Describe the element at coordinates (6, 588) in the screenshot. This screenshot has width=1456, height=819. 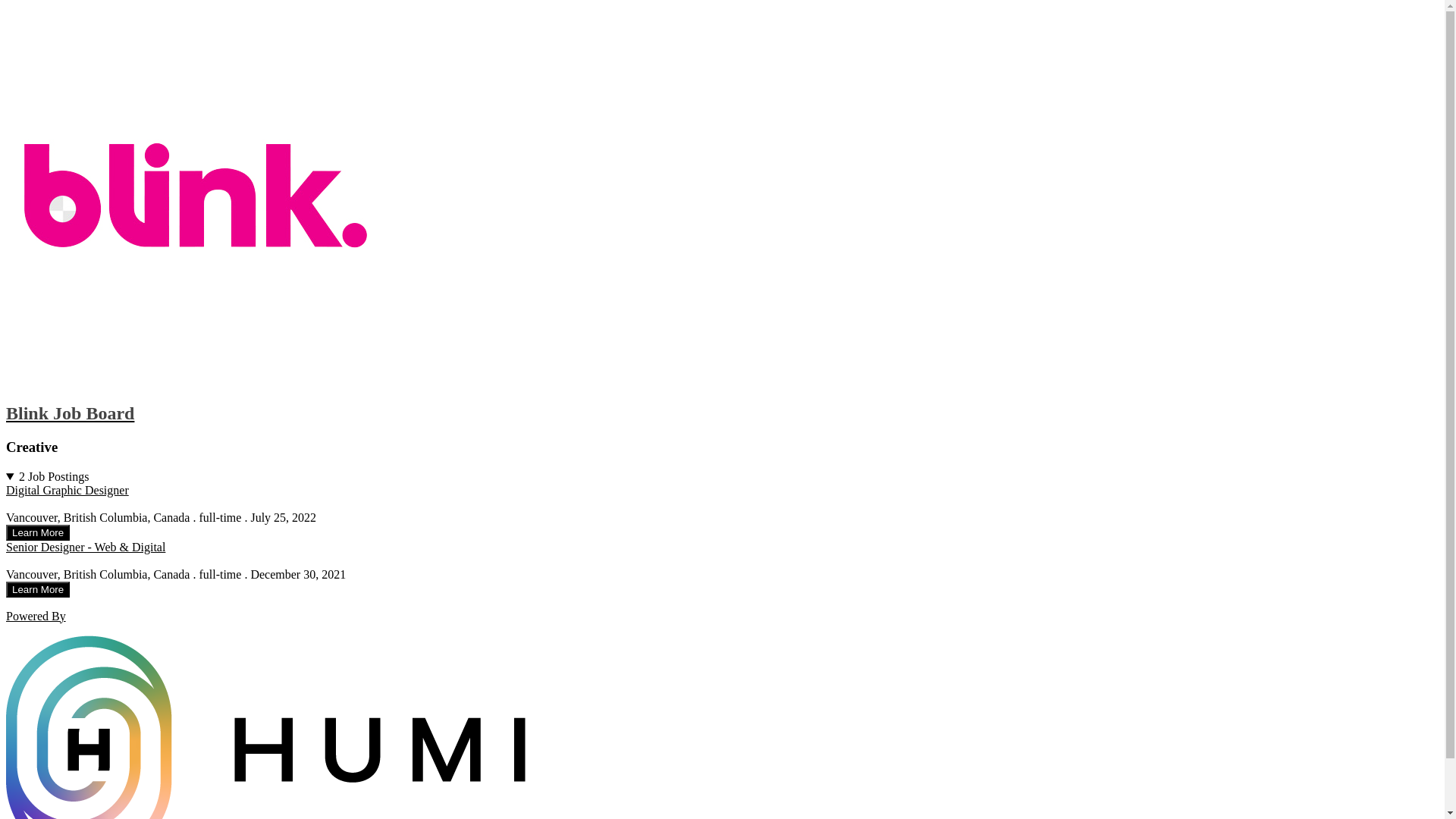
I see `'Learn More'` at that location.